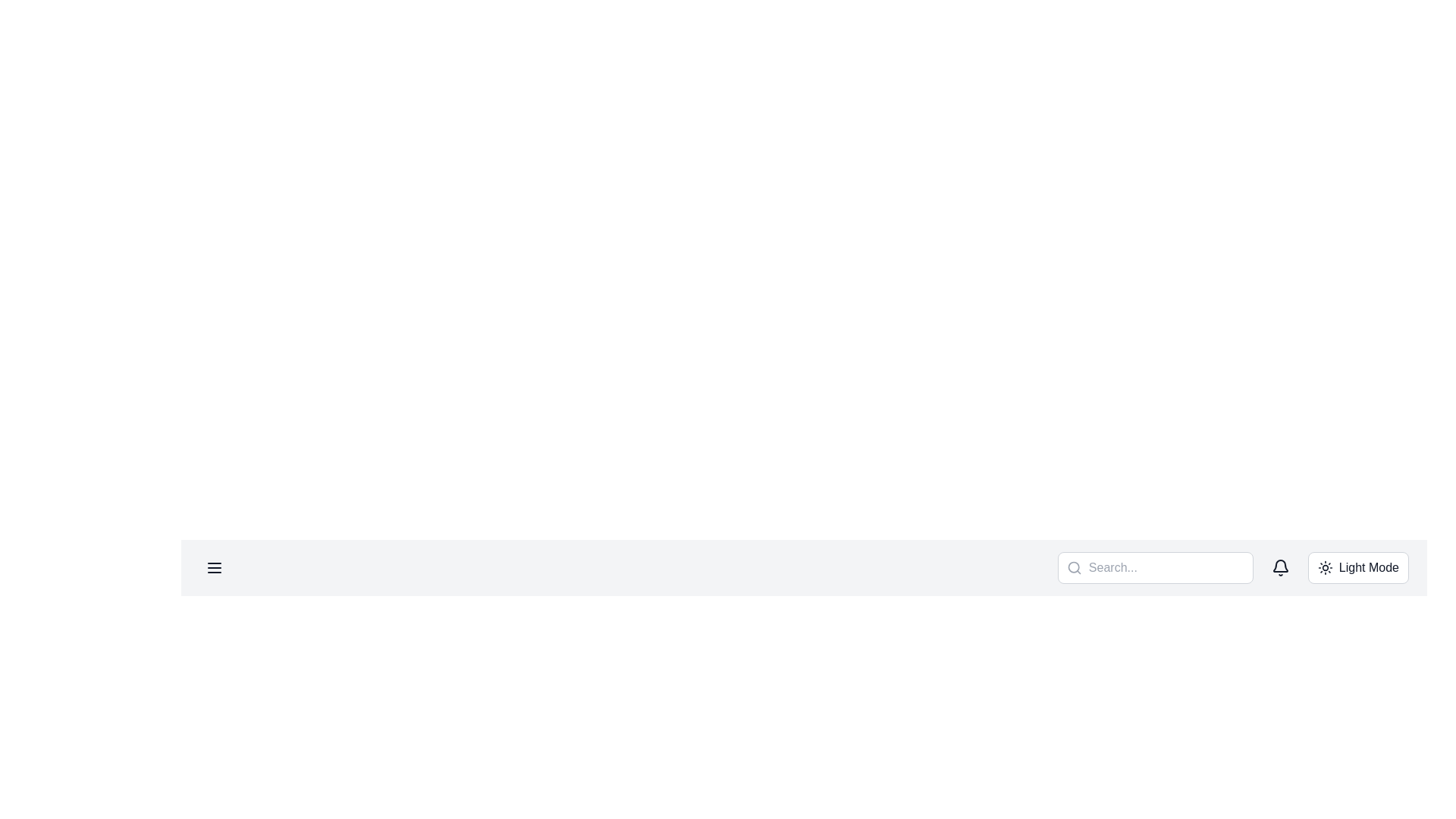 The height and width of the screenshot is (819, 1456). Describe the element at coordinates (214, 567) in the screenshot. I see `the menu toggle icon located at the leftmost end of the top navigation bar` at that location.